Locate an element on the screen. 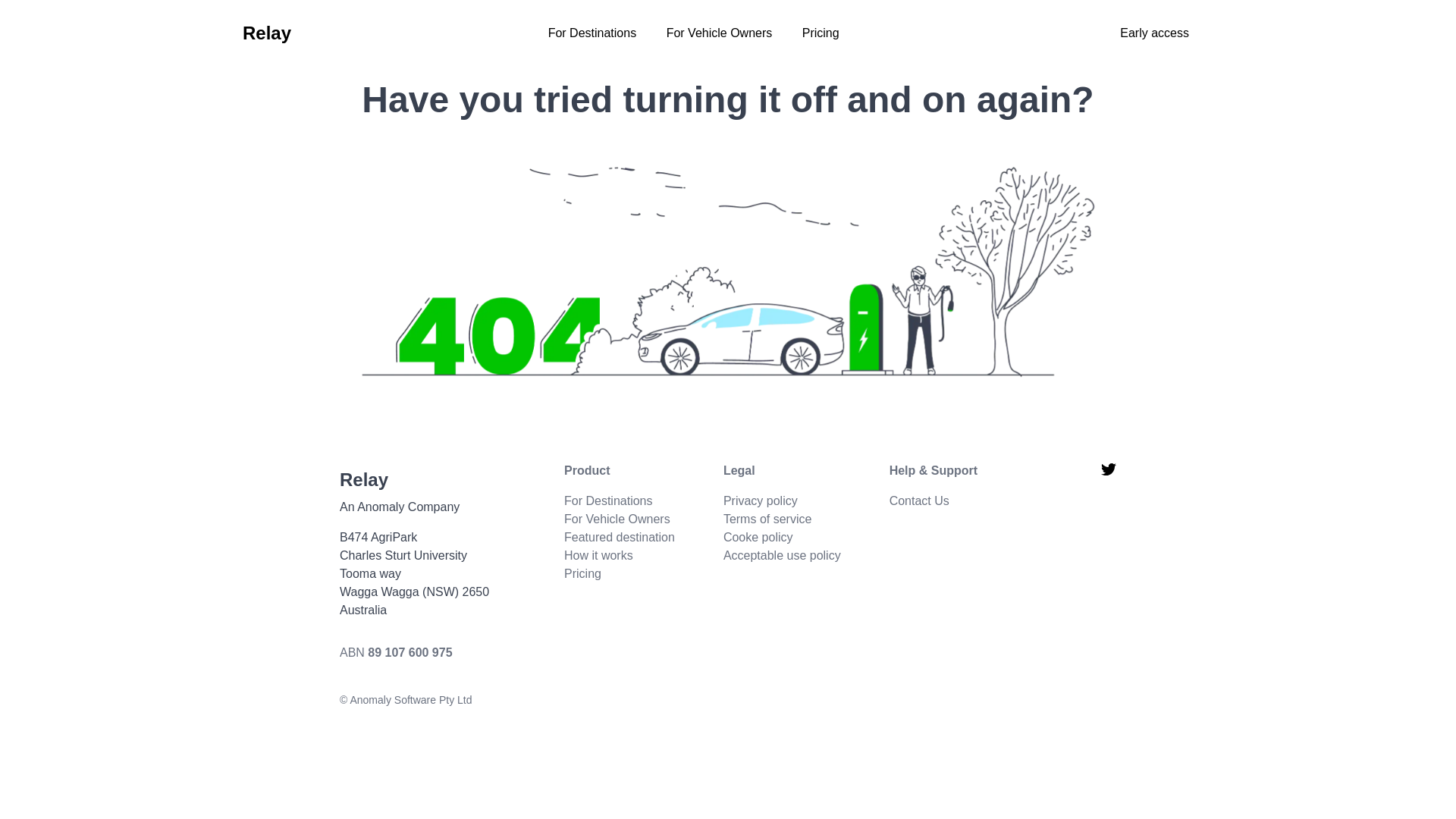 The width and height of the screenshot is (1456, 819). 'Cooke policy' is located at coordinates (758, 536).